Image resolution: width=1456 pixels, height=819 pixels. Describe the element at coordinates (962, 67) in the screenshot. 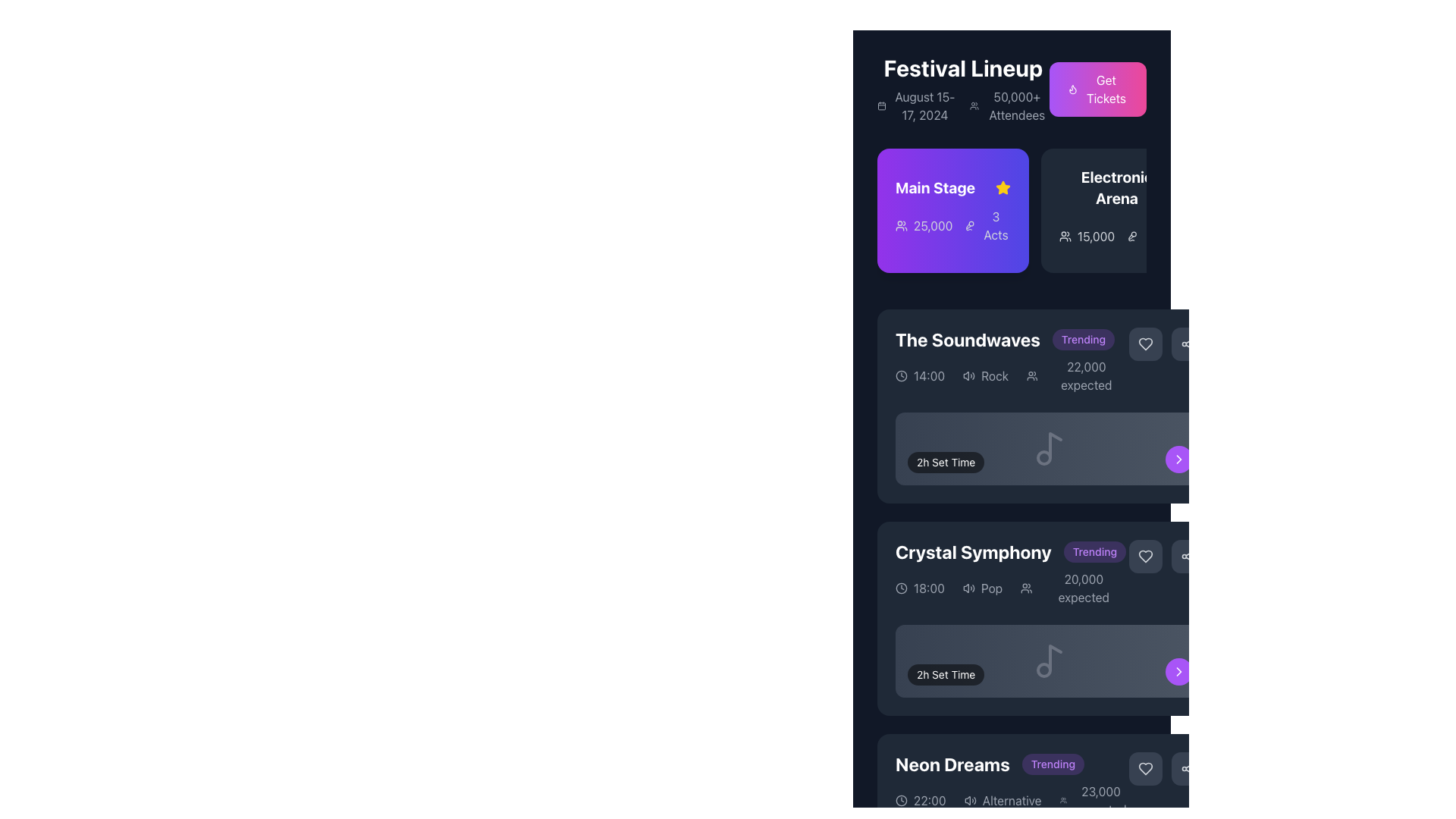

I see `the 'Festival Lineup' text label for accessibility purposes by moving the cursor to its center point` at that location.